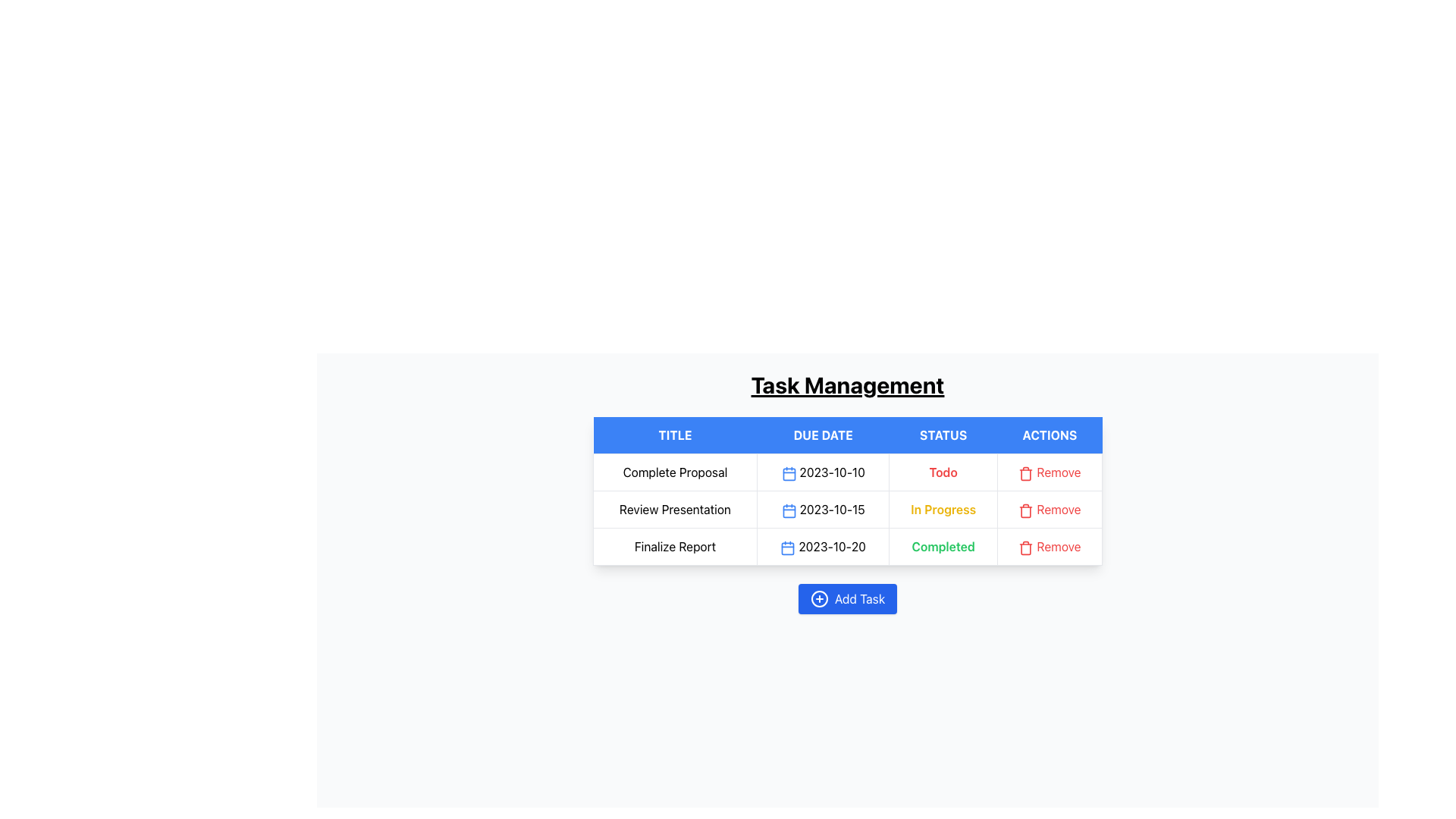 The height and width of the screenshot is (819, 1456). I want to click on the date display element showing '2023-10-10' or the blue calendar icon to its left for potential interactions, so click(822, 472).